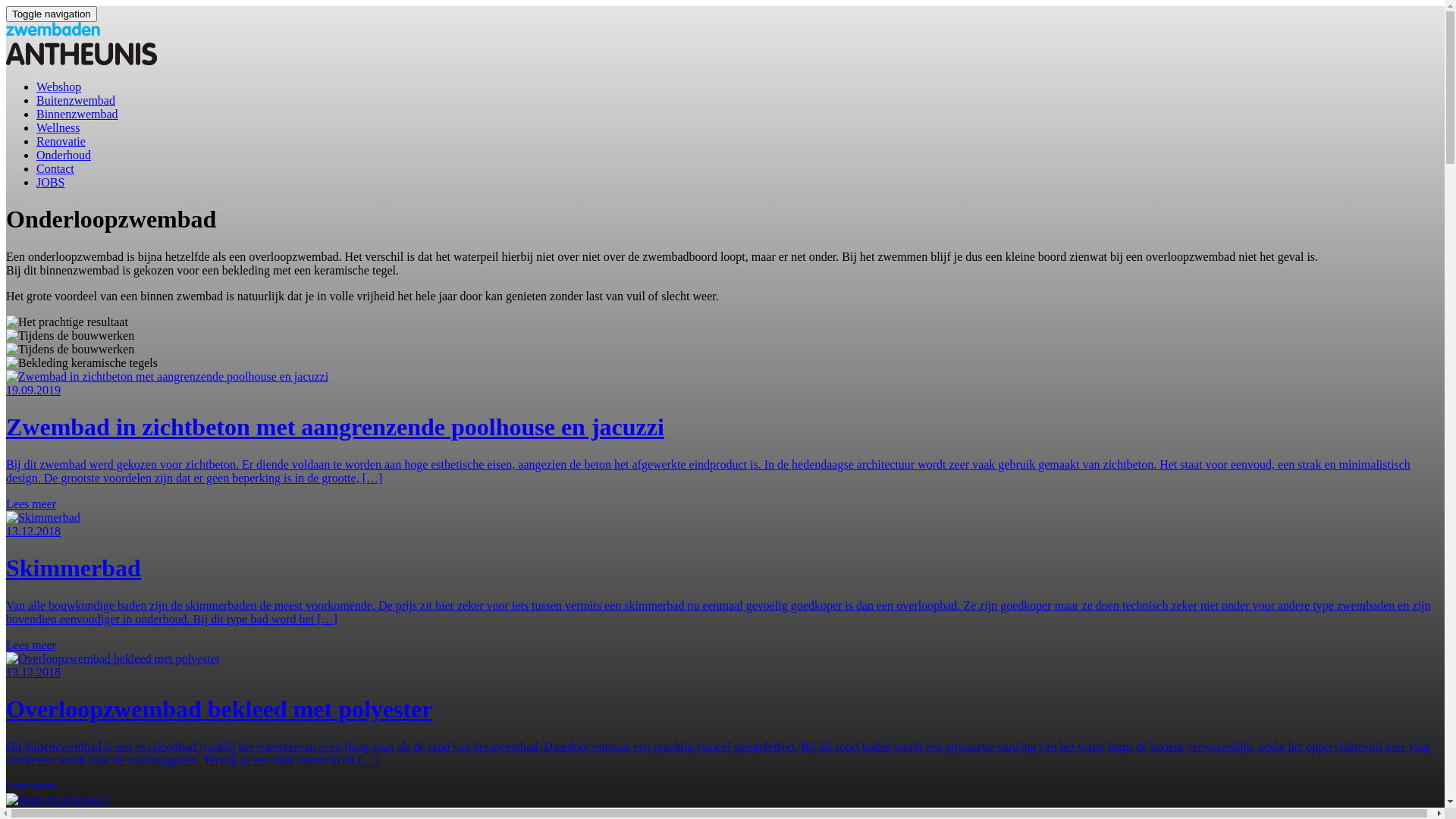 The height and width of the screenshot is (819, 1456). I want to click on 'Lees meer', so click(31, 645).